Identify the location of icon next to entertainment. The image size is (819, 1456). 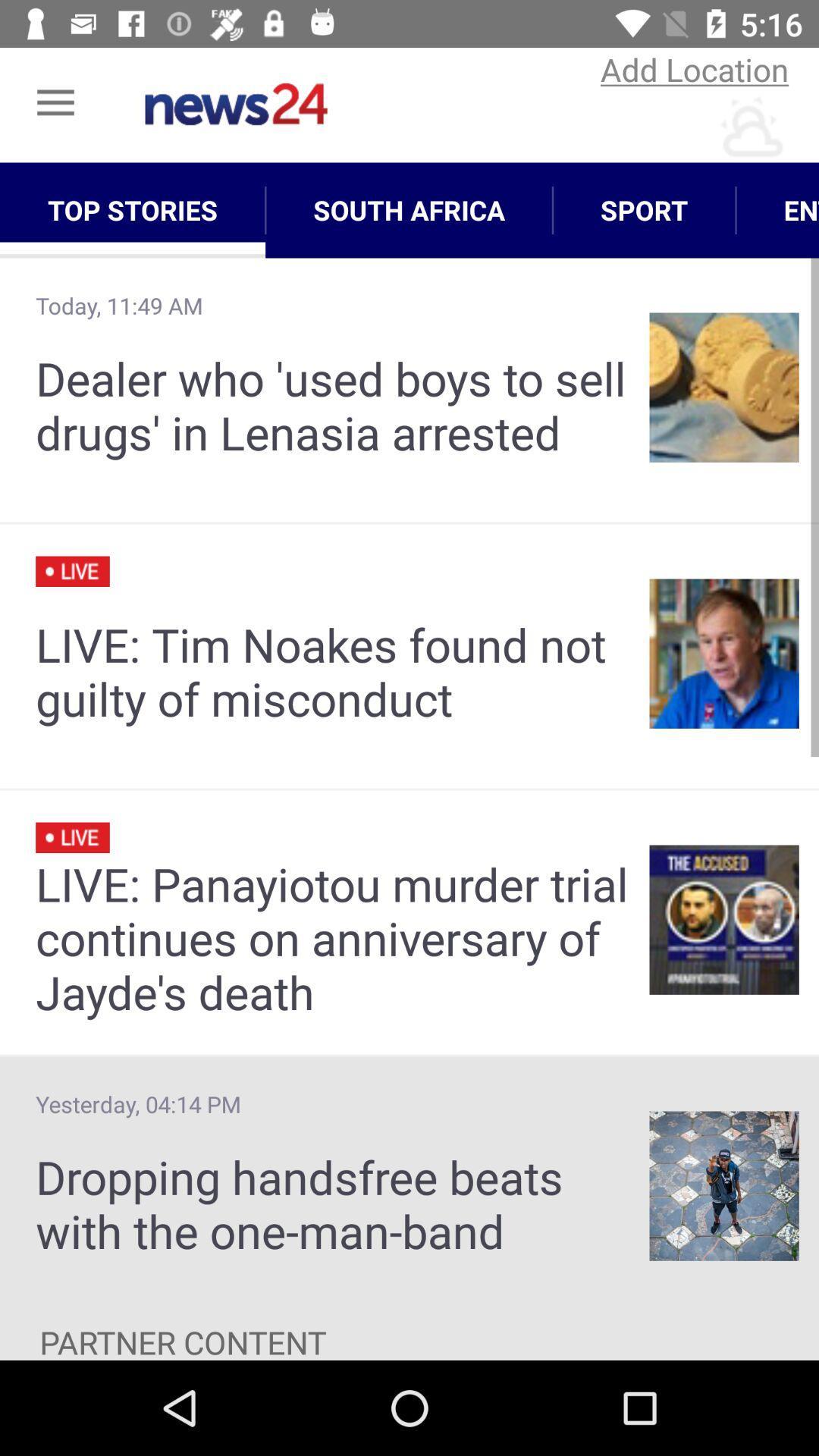
(644, 209).